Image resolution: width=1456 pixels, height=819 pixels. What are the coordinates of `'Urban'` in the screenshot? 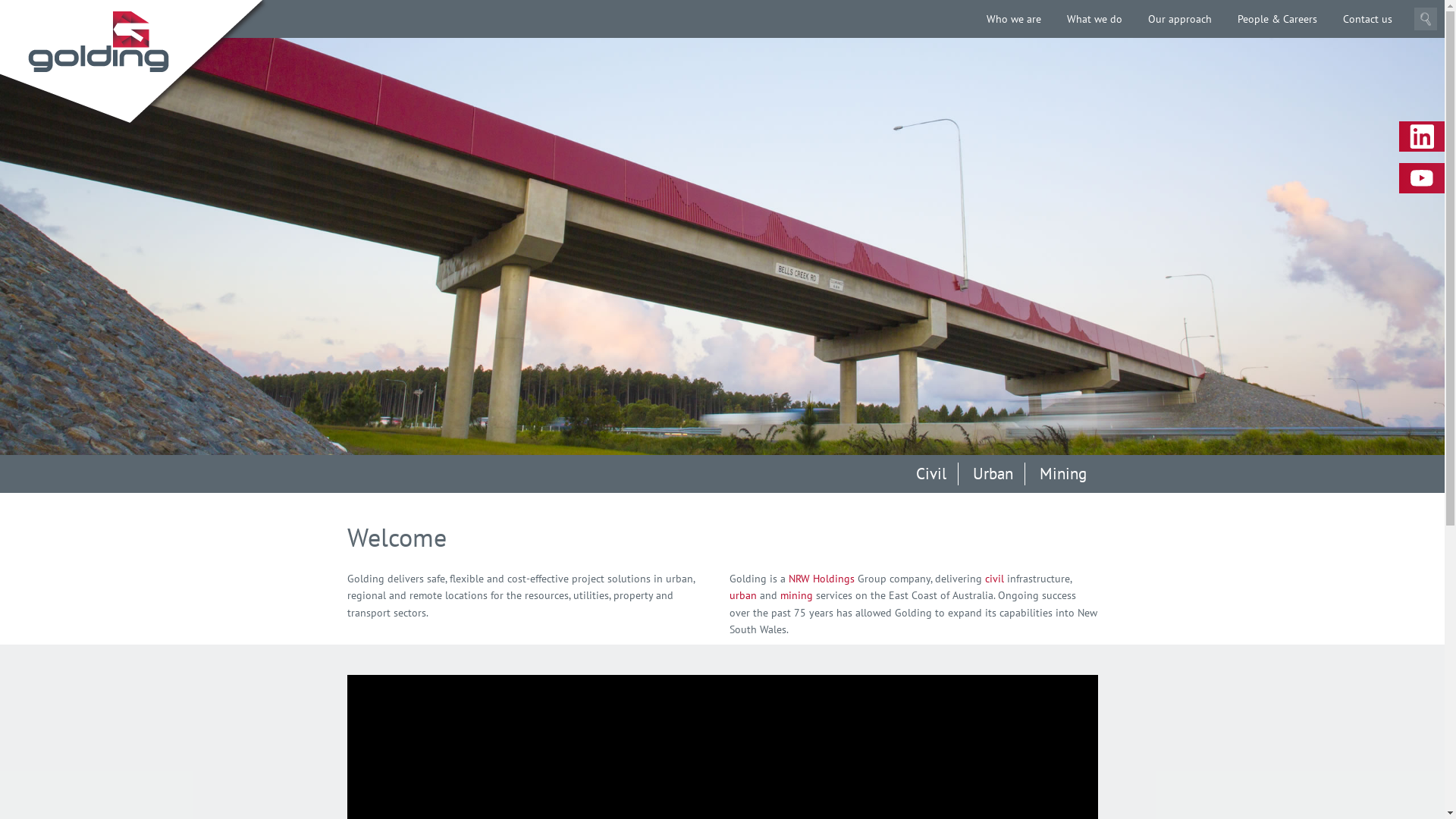 It's located at (960, 472).